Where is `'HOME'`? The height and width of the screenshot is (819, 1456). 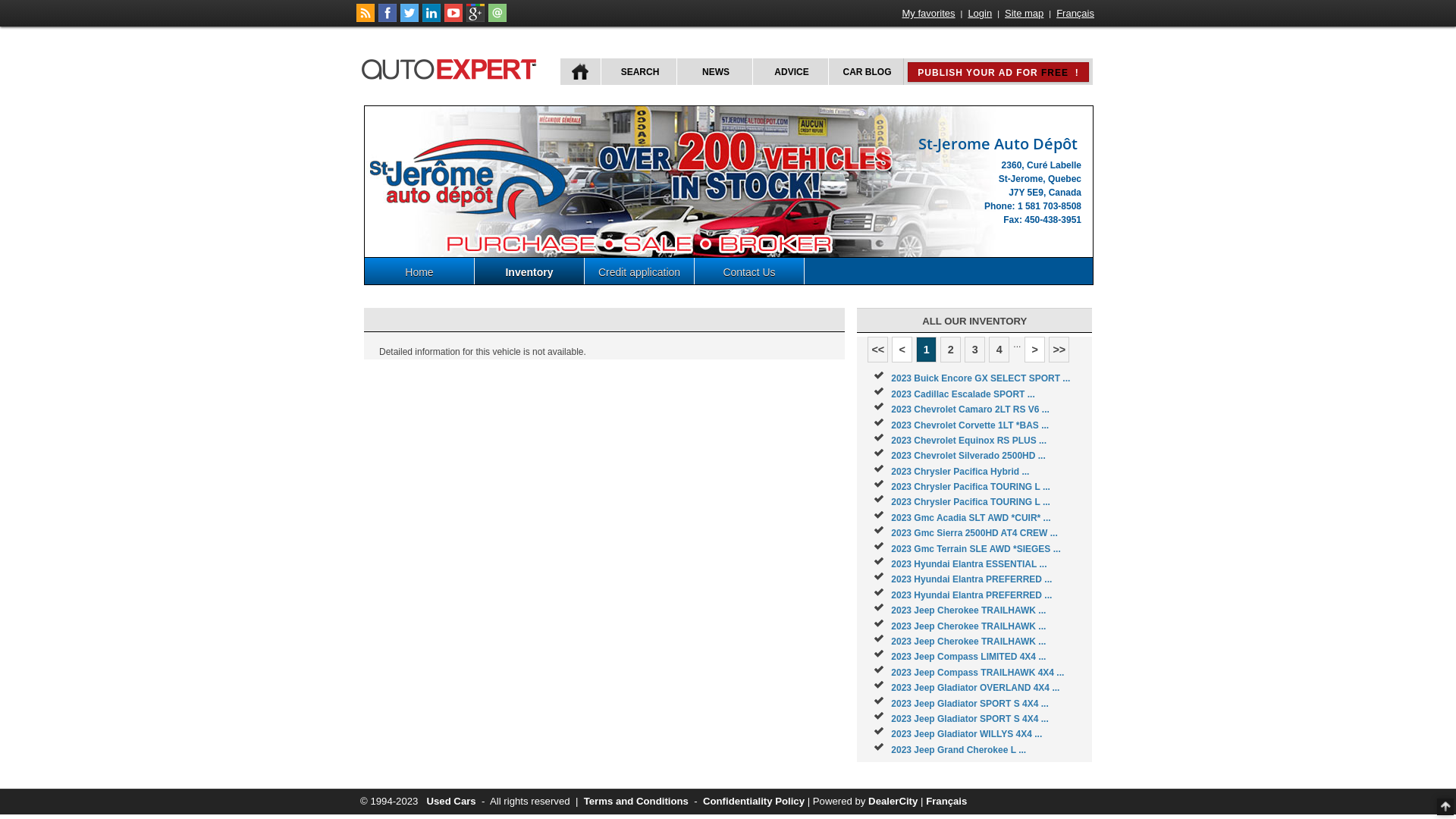
'HOME' is located at coordinates (579, 71).